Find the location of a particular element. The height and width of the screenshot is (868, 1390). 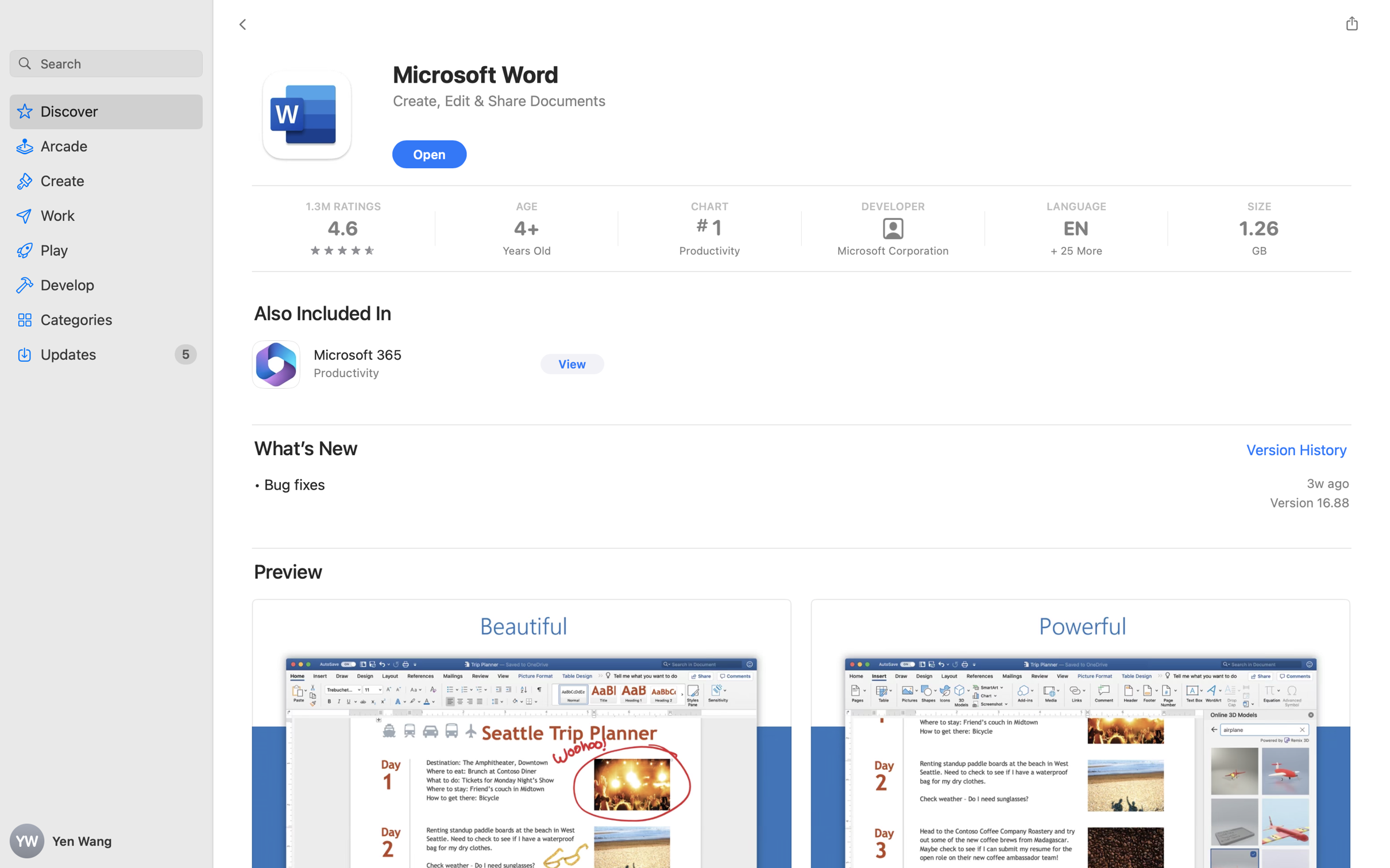

'EN' is located at coordinates (1075, 227).